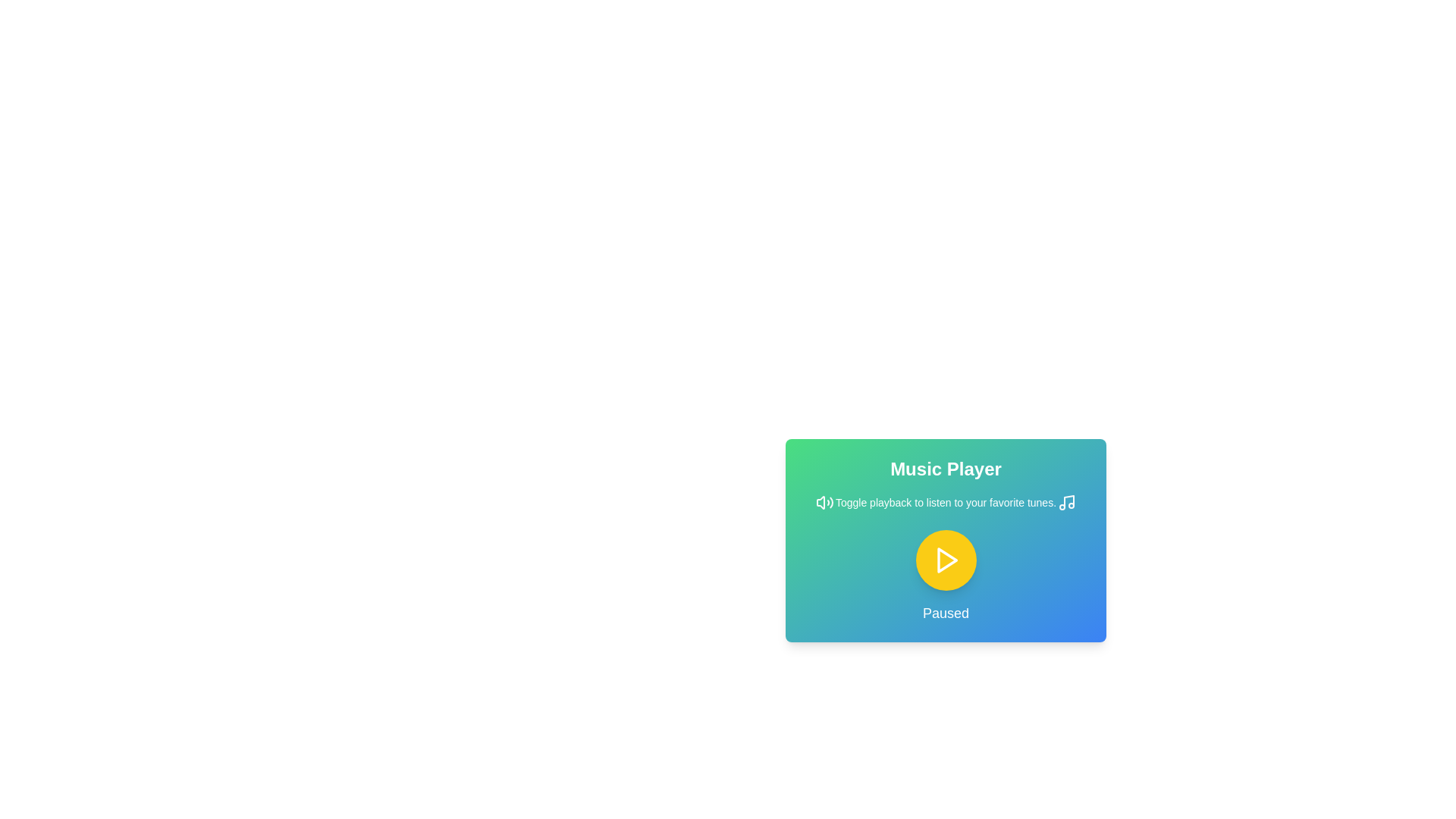 This screenshot has height=819, width=1456. What do you see at coordinates (820, 503) in the screenshot?
I see `the triangular base of the speaker icon in the music player UI, which is part of the volume control graphic` at bounding box center [820, 503].